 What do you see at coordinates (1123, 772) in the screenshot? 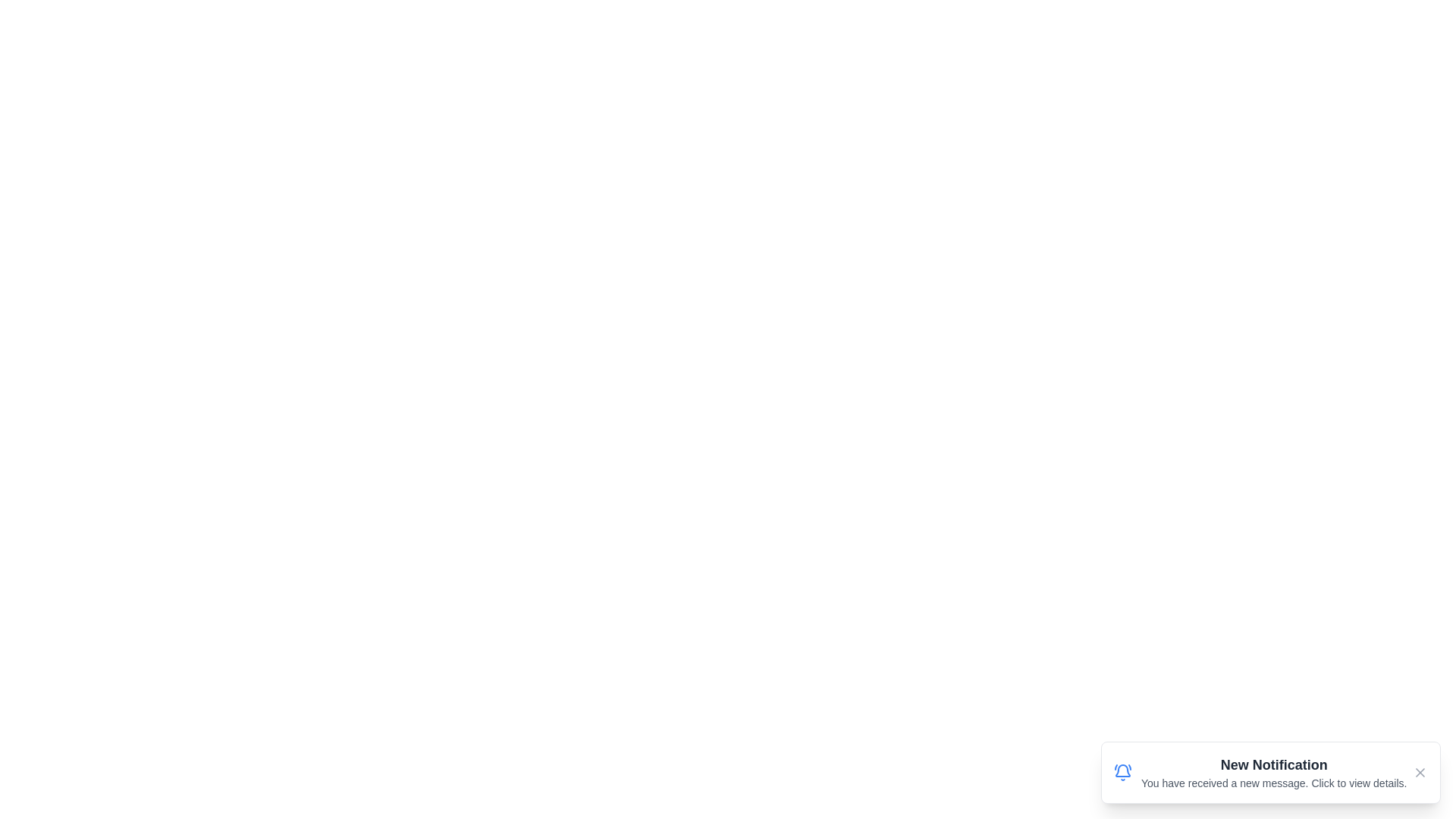
I see `the blue bell icon in the bottom-right corner of the page that symbolizes notifications, which is located within a small notification card and positioned beside the 'New Notification' text` at bounding box center [1123, 772].